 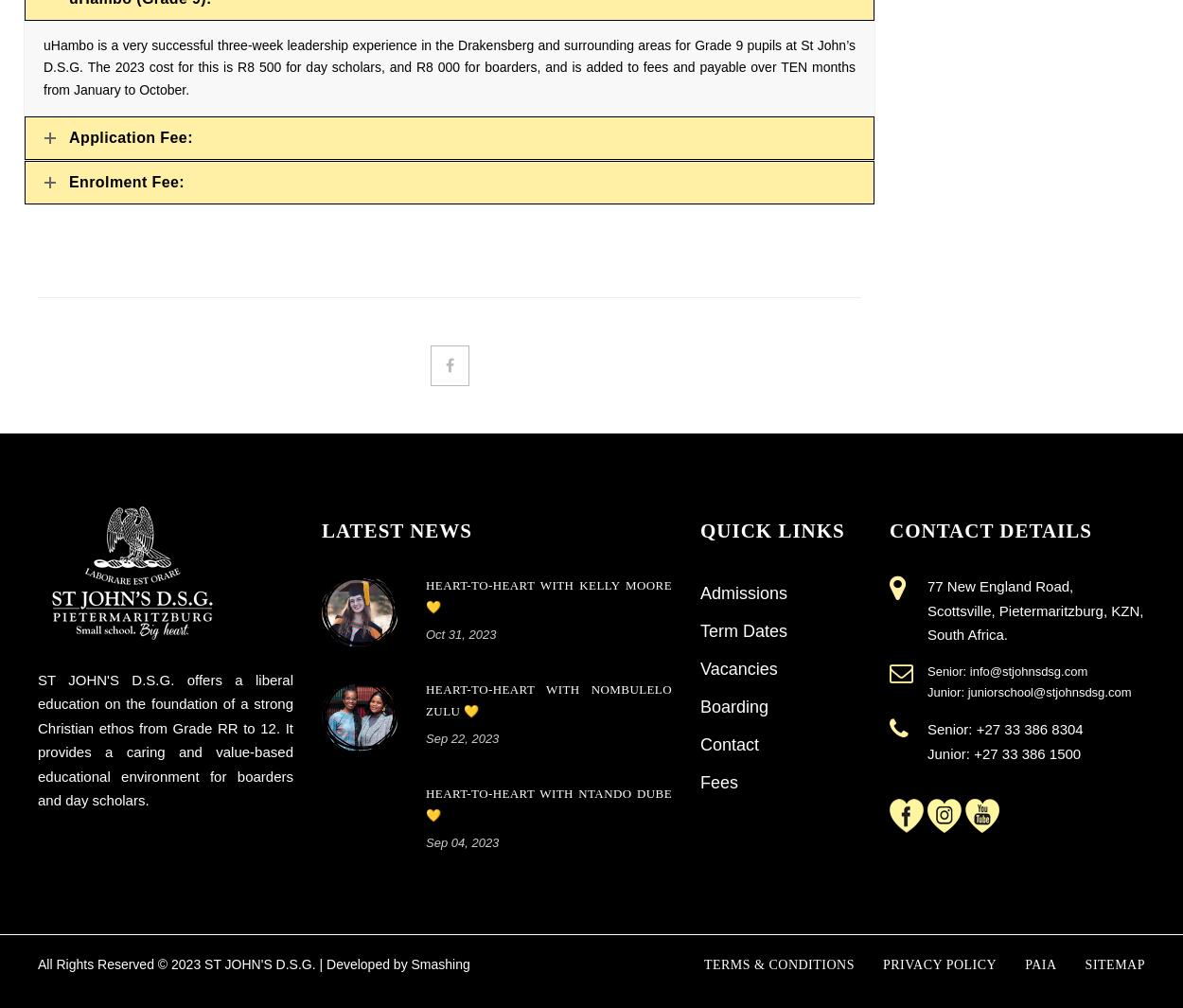 I want to click on 'juniorschool@stjohnsdsg.com', so click(x=1048, y=692).